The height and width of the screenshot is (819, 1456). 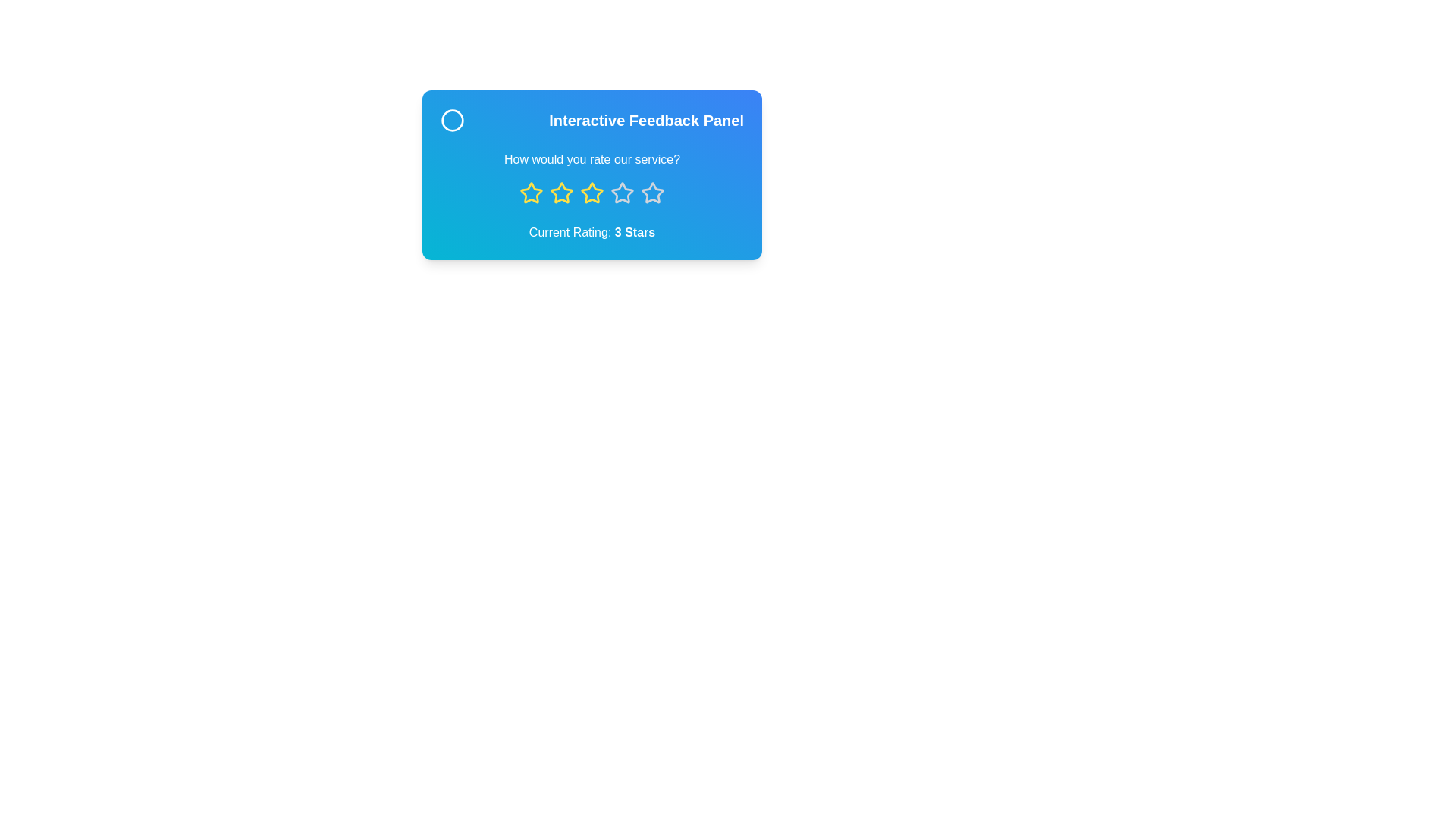 I want to click on the SVG Circle located at the top-left corner of the feedback panel, next to the title 'Interactive Feedback Panel', so click(x=451, y=119).